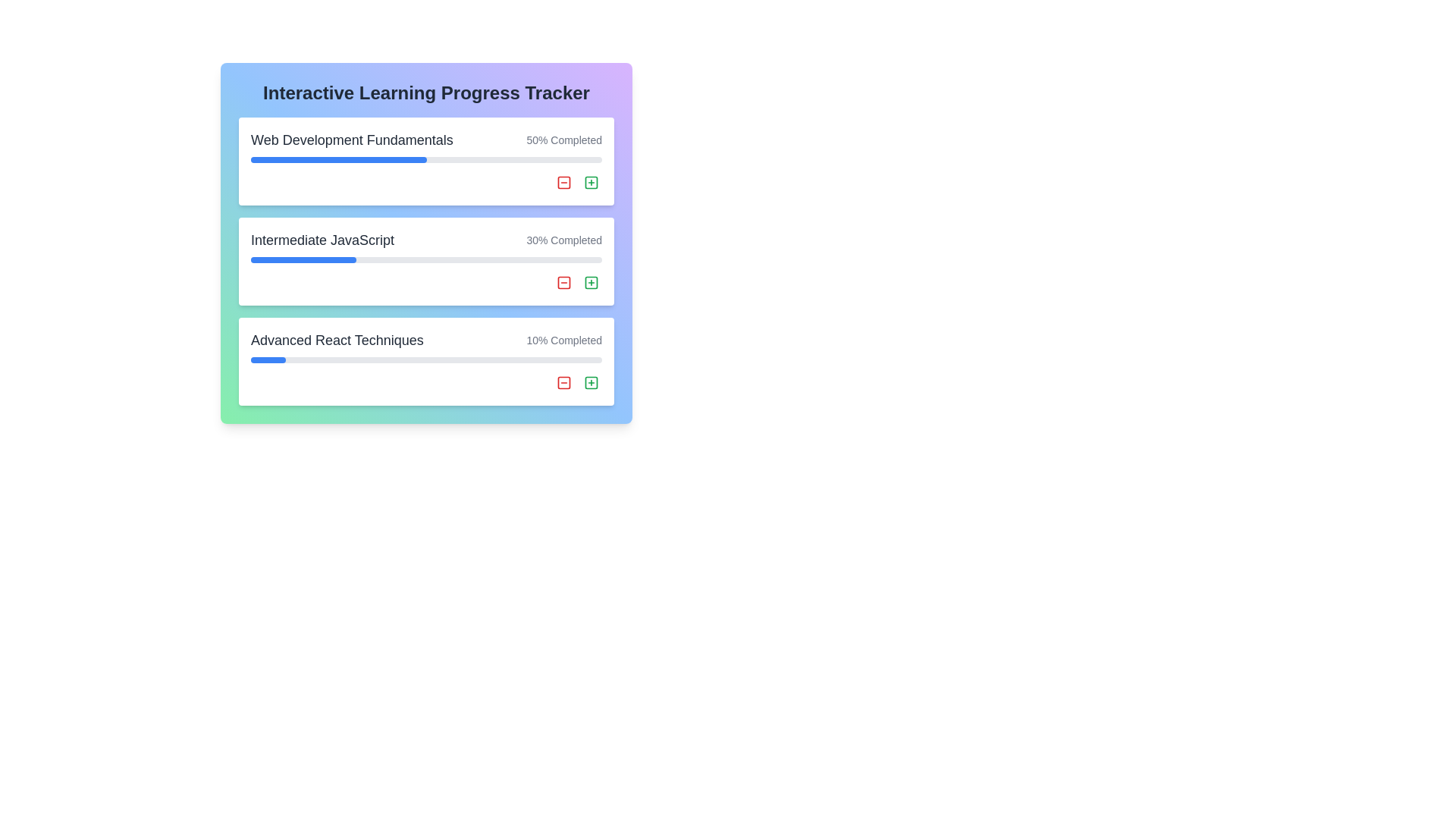  What do you see at coordinates (336, 339) in the screenshot?
I see `the Static Text Label that reads 'Advanced React Techniques', positioned in the third row of the progress tracker layout` at bounding box center [336, 339].